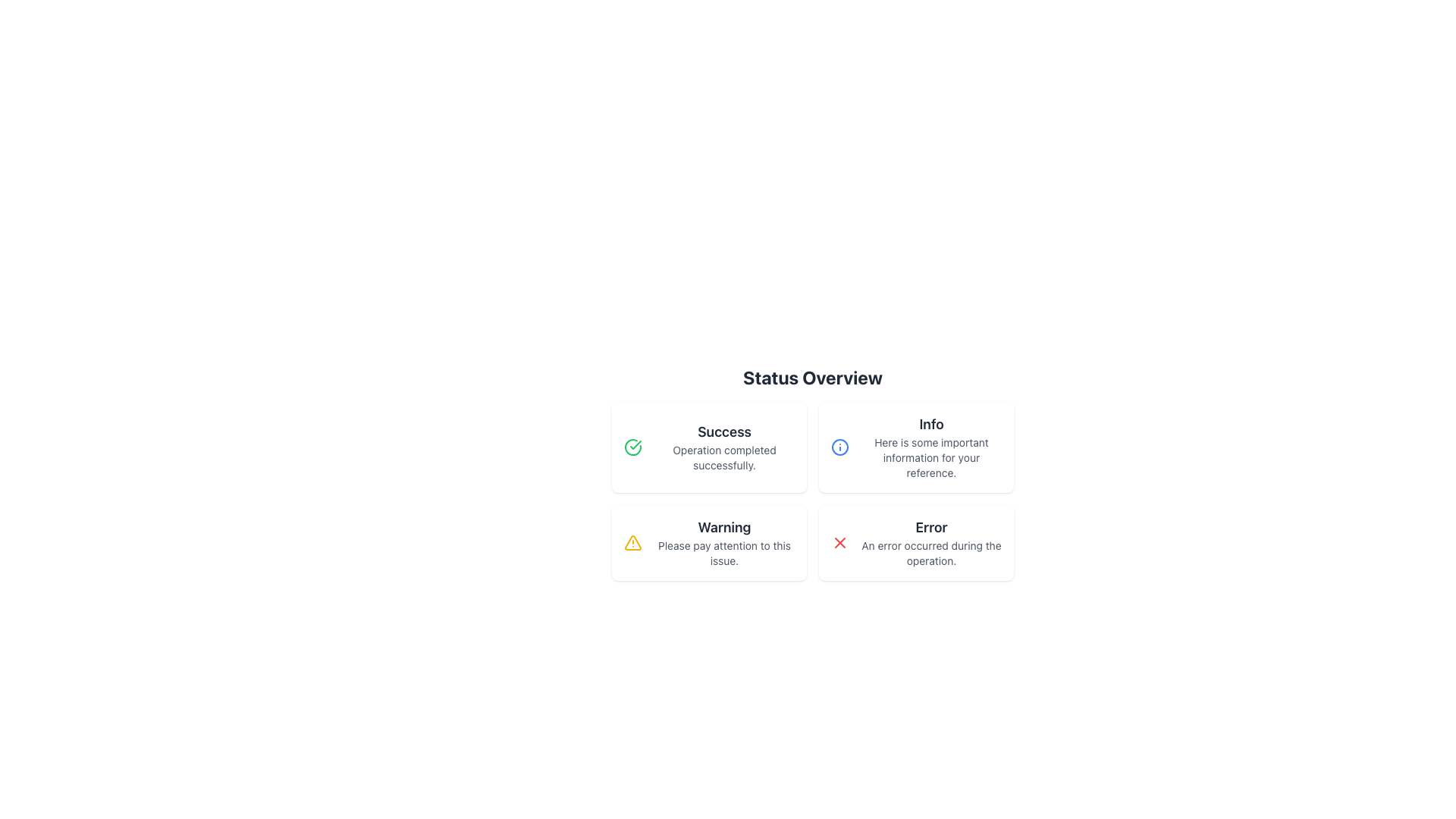 The image size is (1456, 819). Describe the element at coordinates (723, 457) in the screenshot. I see `confirmation text indicating the successful completion of an operation, which is located below the 'Success' text in the top-left section of the grid layout` at that location.